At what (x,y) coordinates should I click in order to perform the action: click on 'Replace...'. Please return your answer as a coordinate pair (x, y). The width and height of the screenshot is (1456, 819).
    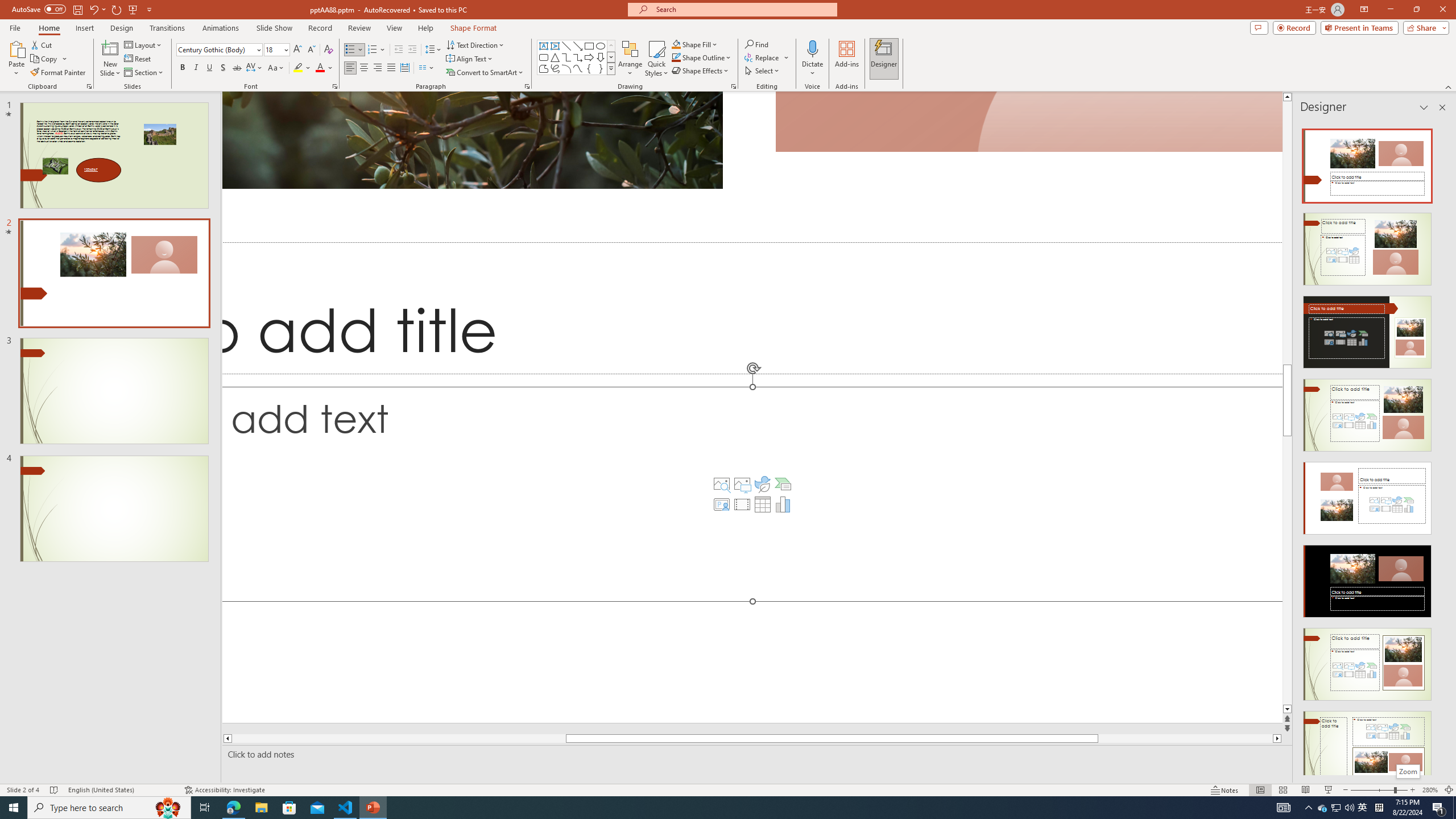
    Looking at the image, I should click on (767, 56).